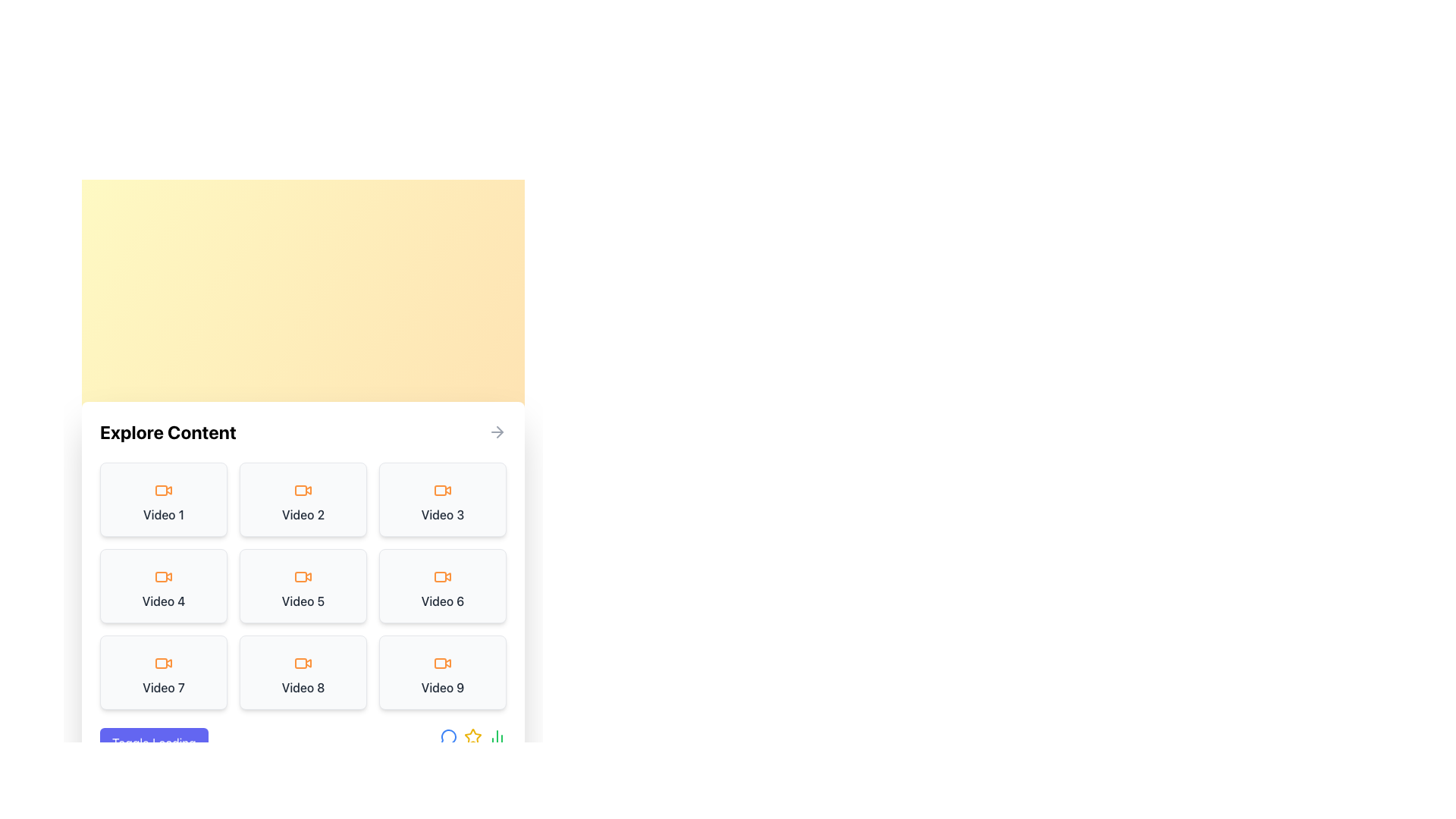 The image size is (1456, 819). What do you see at coordinates (442, 585) in the screenshot?
I see `the button labeled 'Video 6'` at bounding box center [442, 585].